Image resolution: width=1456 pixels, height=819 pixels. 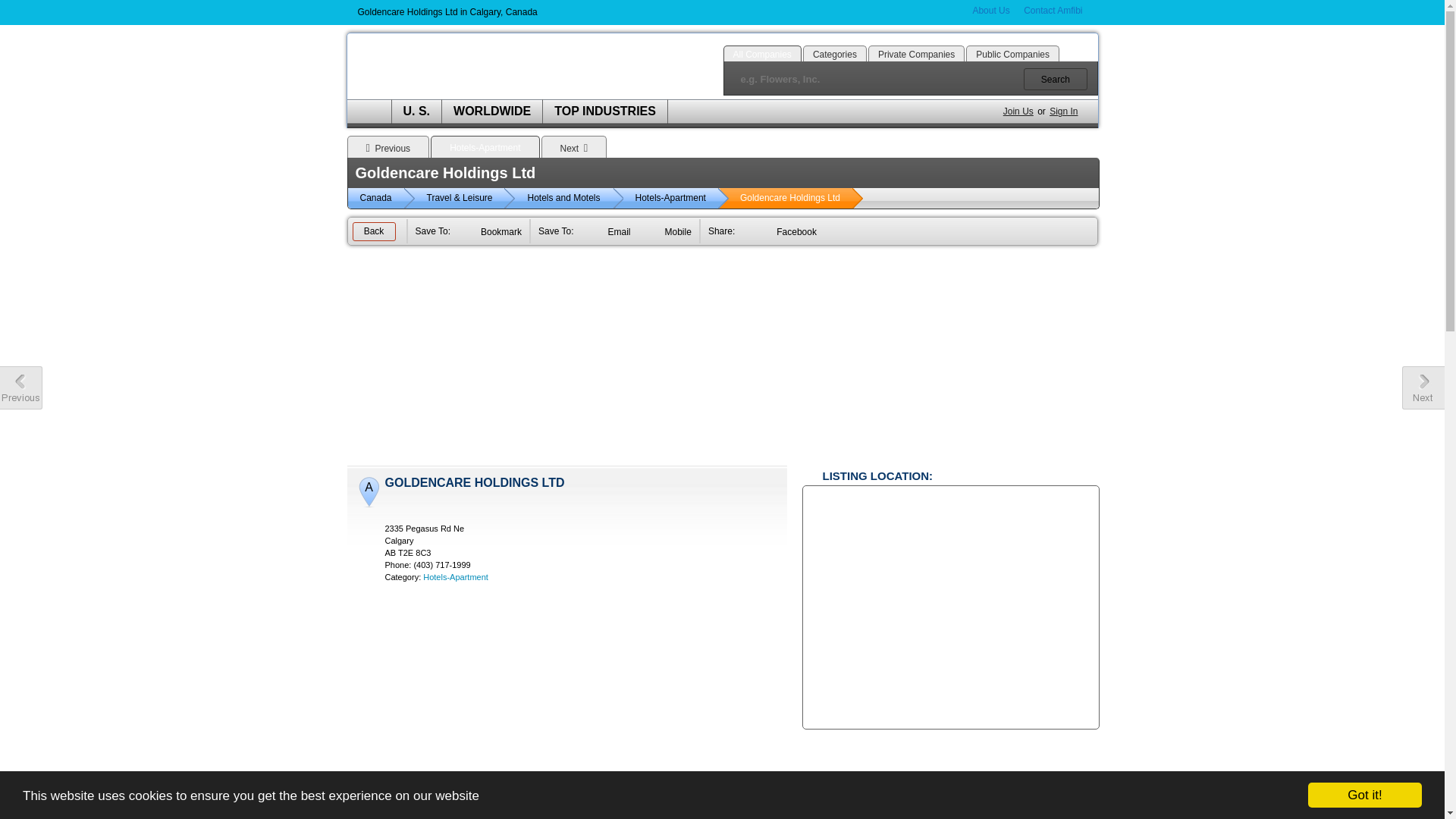 I want to click on 'Search1', so click(x=1055, y=79).